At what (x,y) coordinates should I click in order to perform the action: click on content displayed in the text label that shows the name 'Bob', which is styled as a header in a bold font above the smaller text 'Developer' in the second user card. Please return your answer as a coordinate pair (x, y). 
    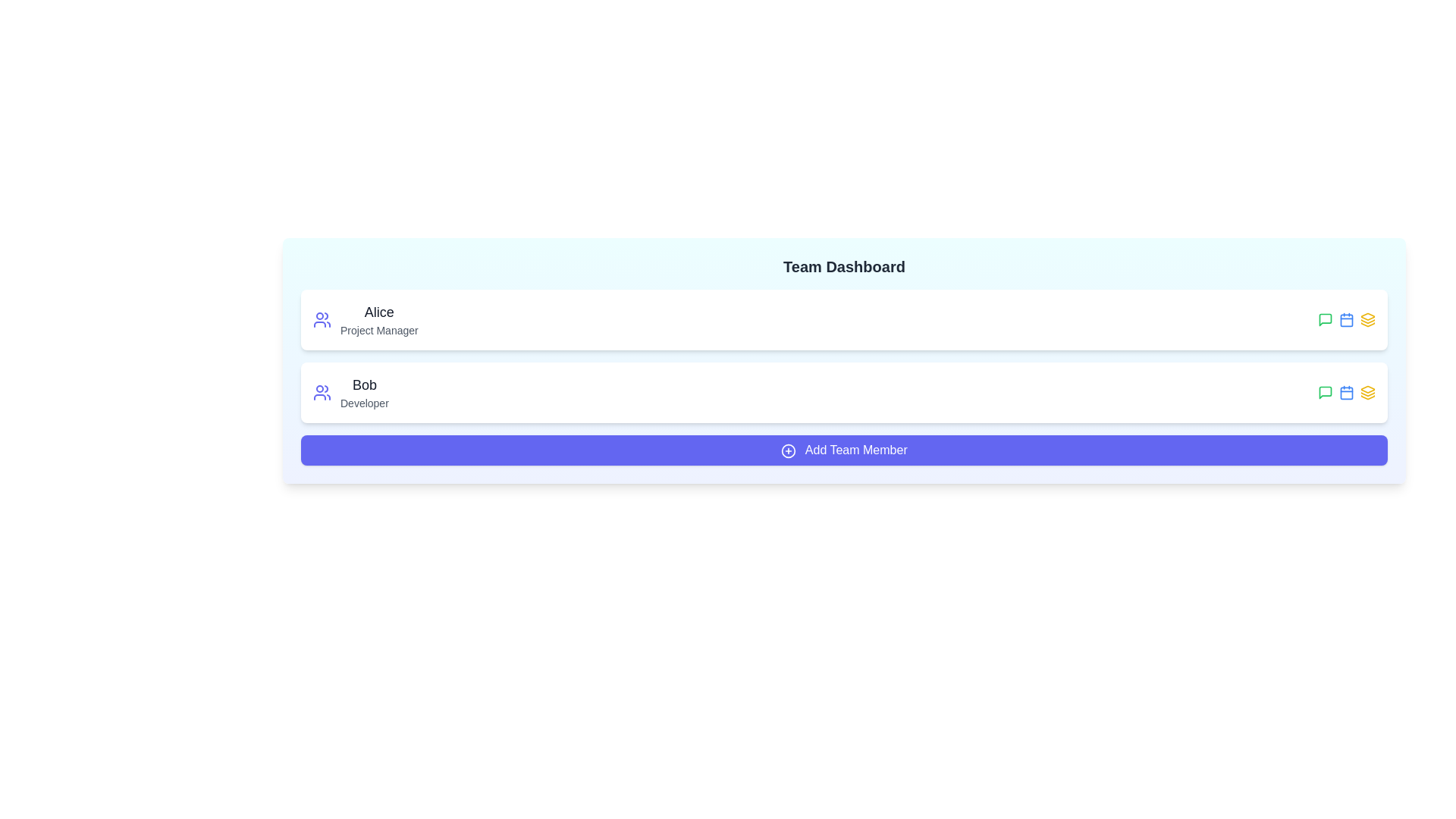
    Looking at the image, I should click on (364, 384).